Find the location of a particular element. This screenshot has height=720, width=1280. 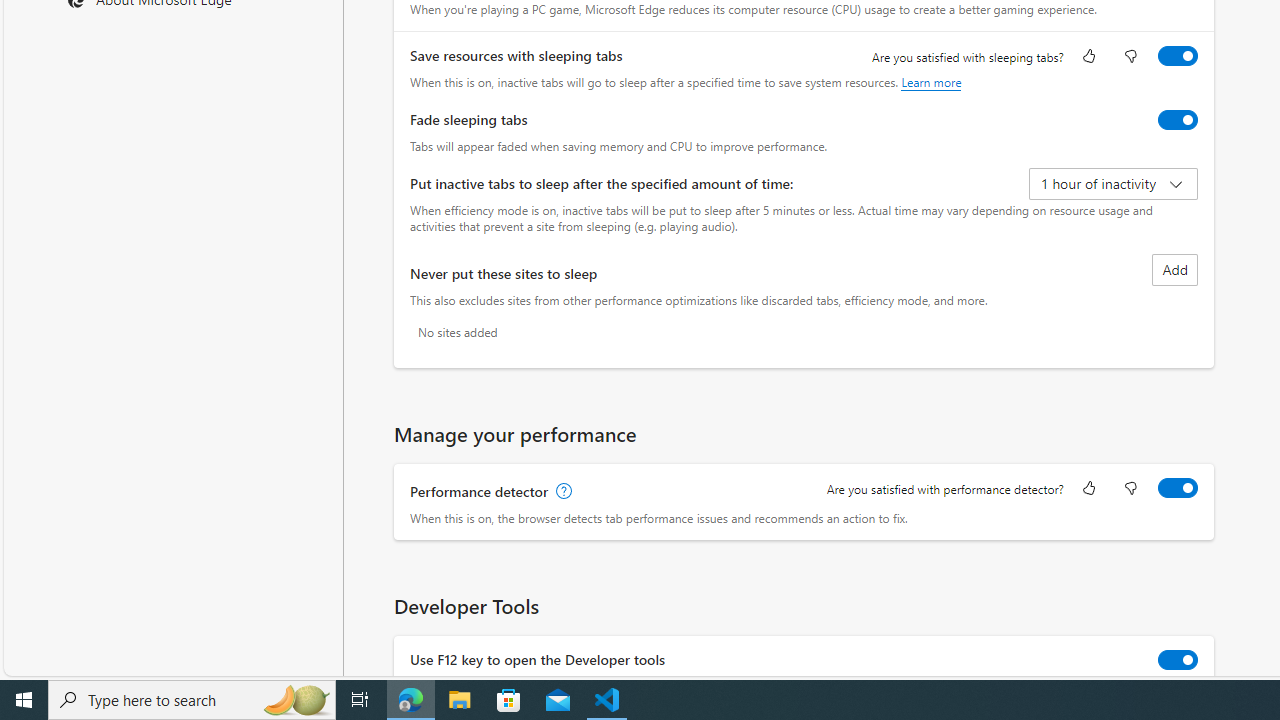

'Type here to search' is located at coordinates (192, 698).